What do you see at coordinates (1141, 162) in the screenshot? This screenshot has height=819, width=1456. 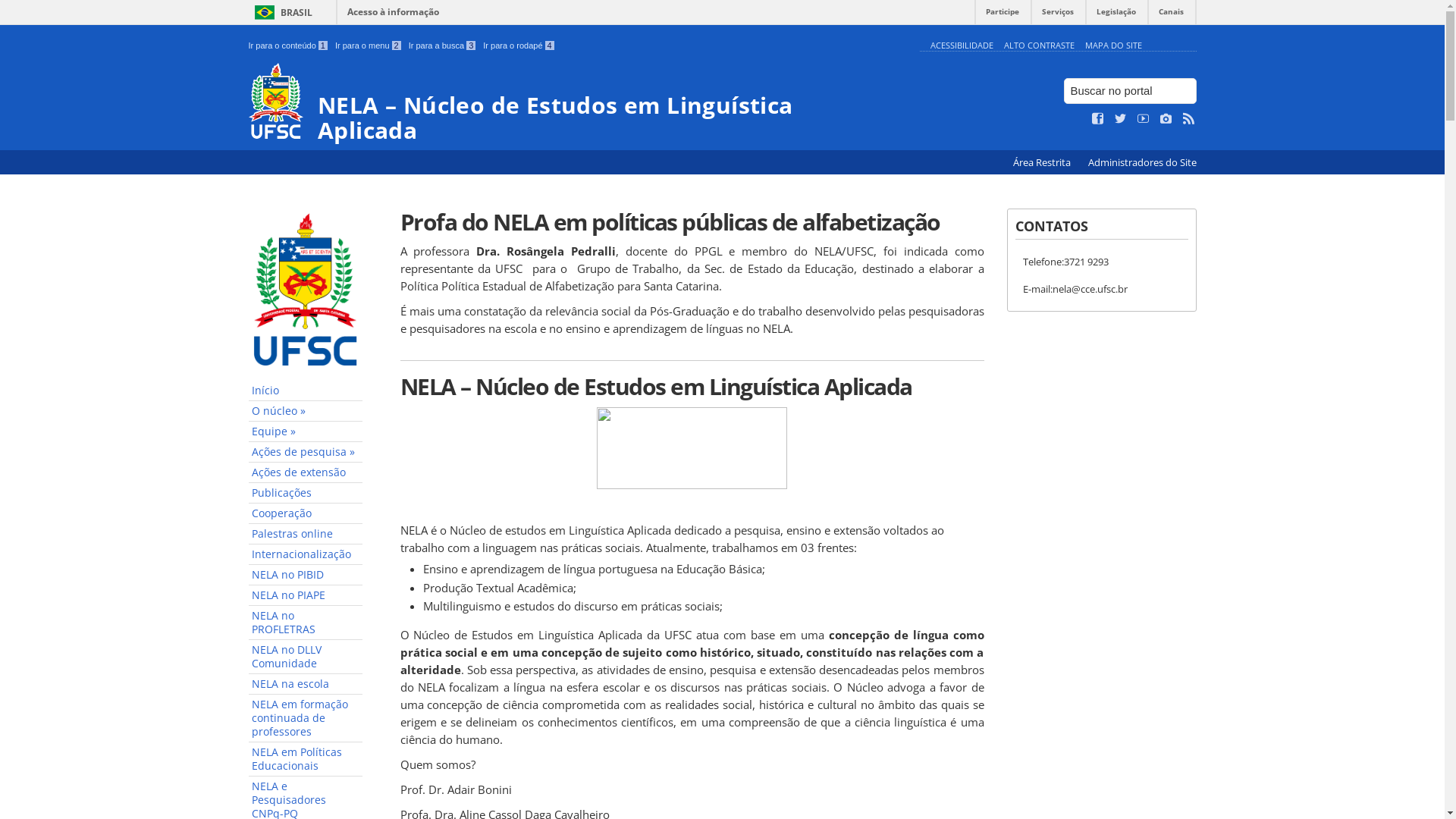 I see `'Administradores do Site'` at bounding box center [1141, 162].